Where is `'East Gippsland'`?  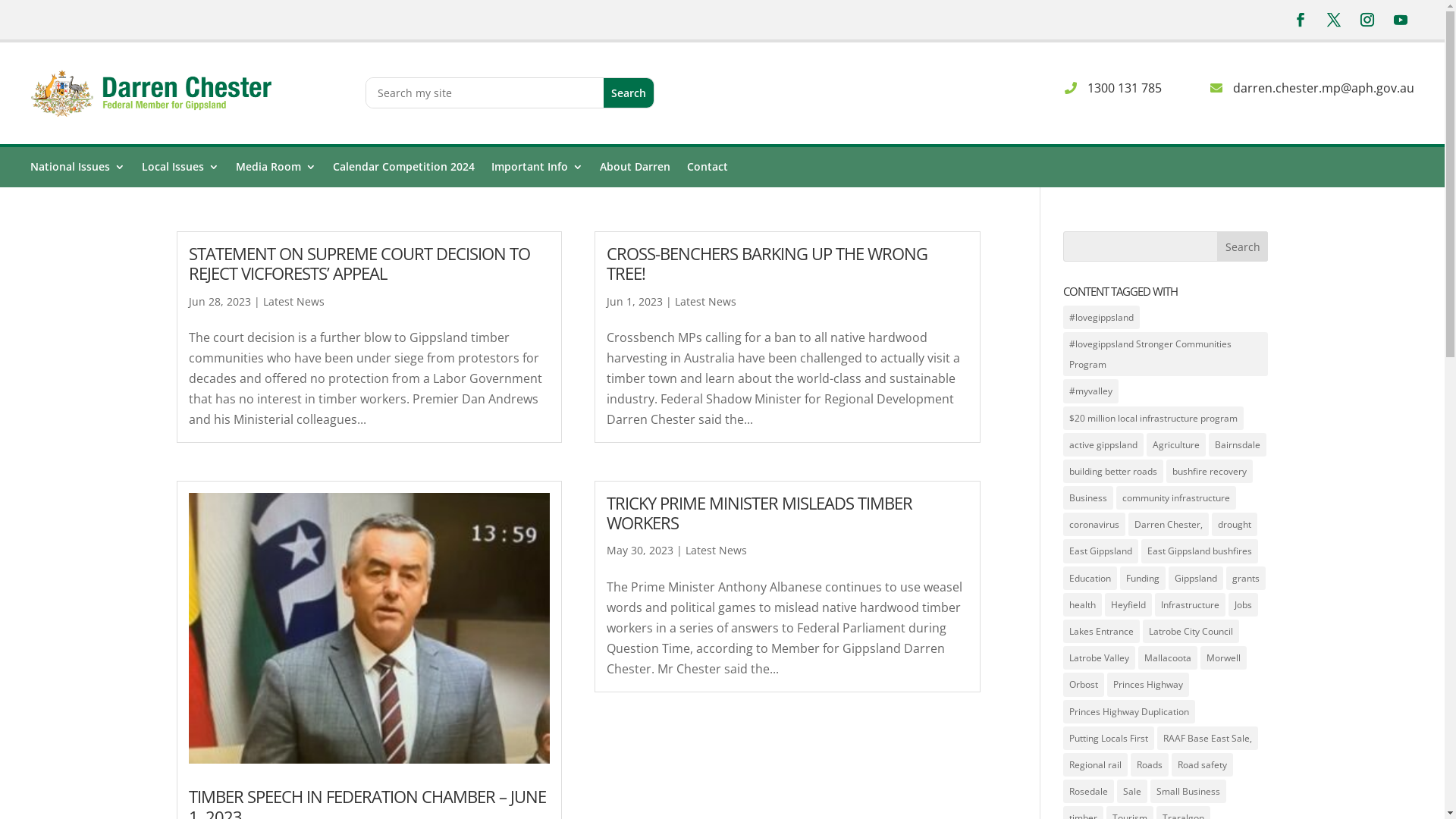 'East Gippsland' is located at coordinates (1100, 551).